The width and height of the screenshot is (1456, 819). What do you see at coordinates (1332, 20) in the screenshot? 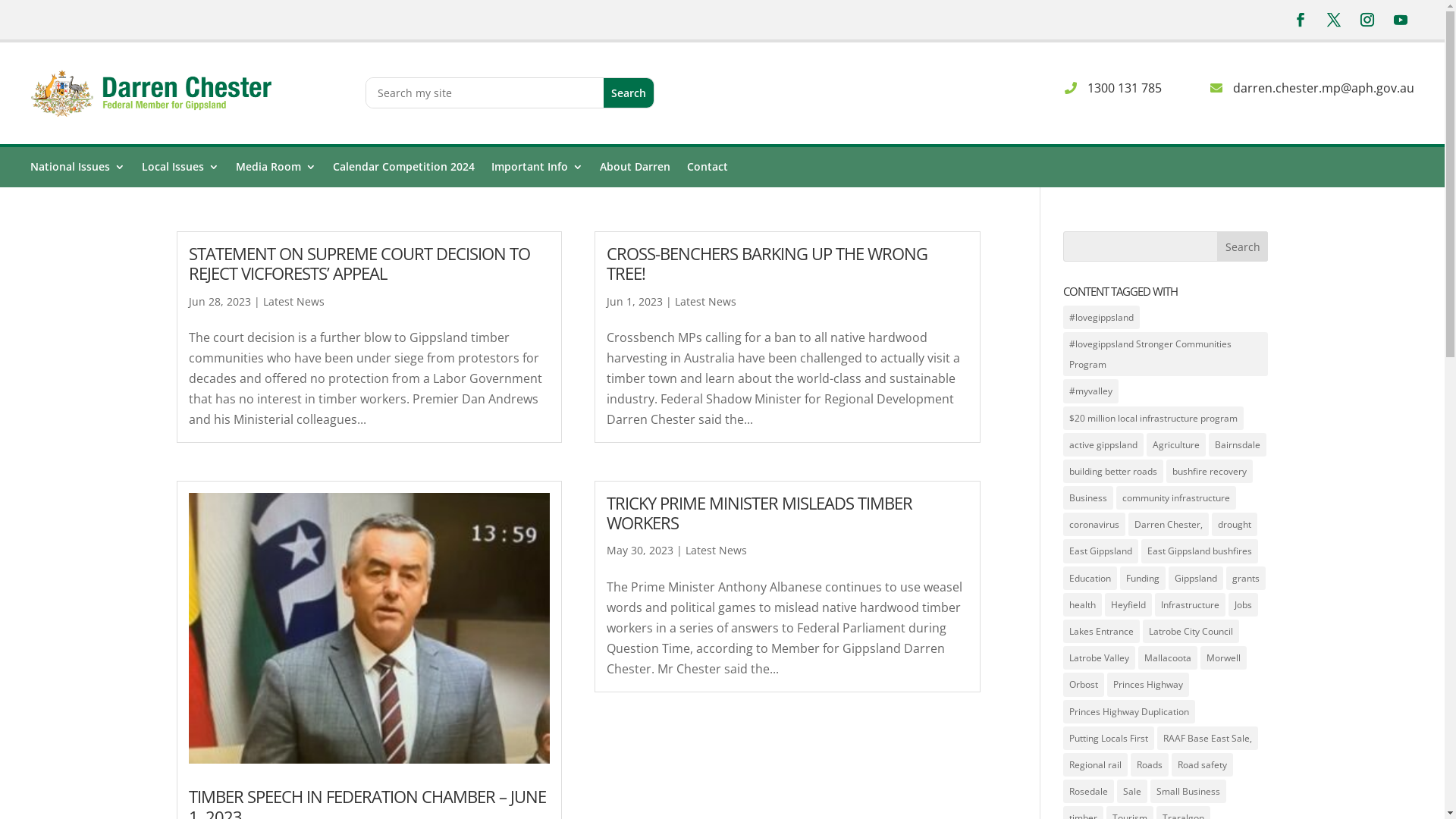
I see `'Follow on X'` at bounding box center [1332, 20].